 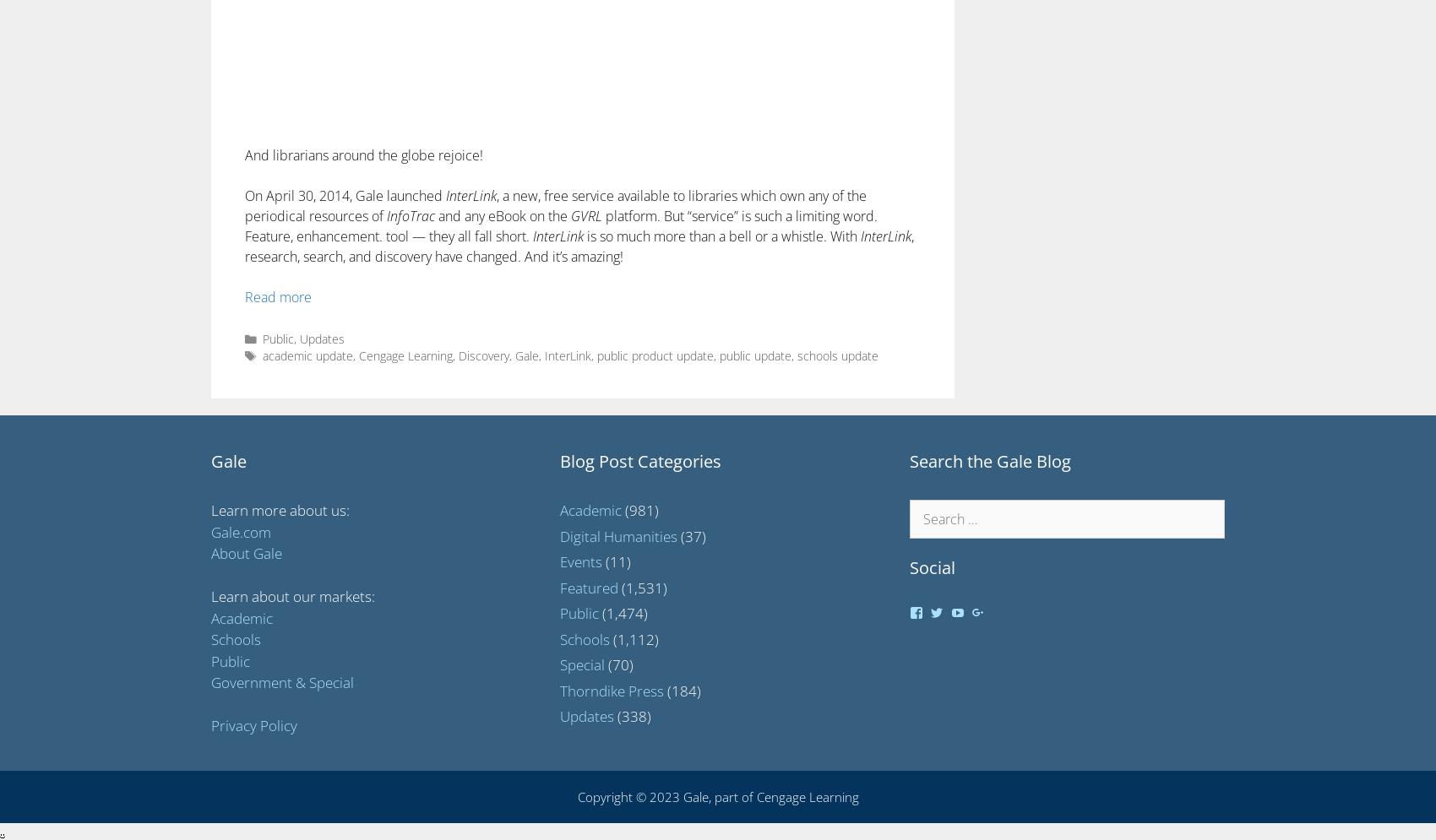 I want to click on 'Copyright © 2023 Gale, part of Cengage Learning', so click(x=716, y=795).